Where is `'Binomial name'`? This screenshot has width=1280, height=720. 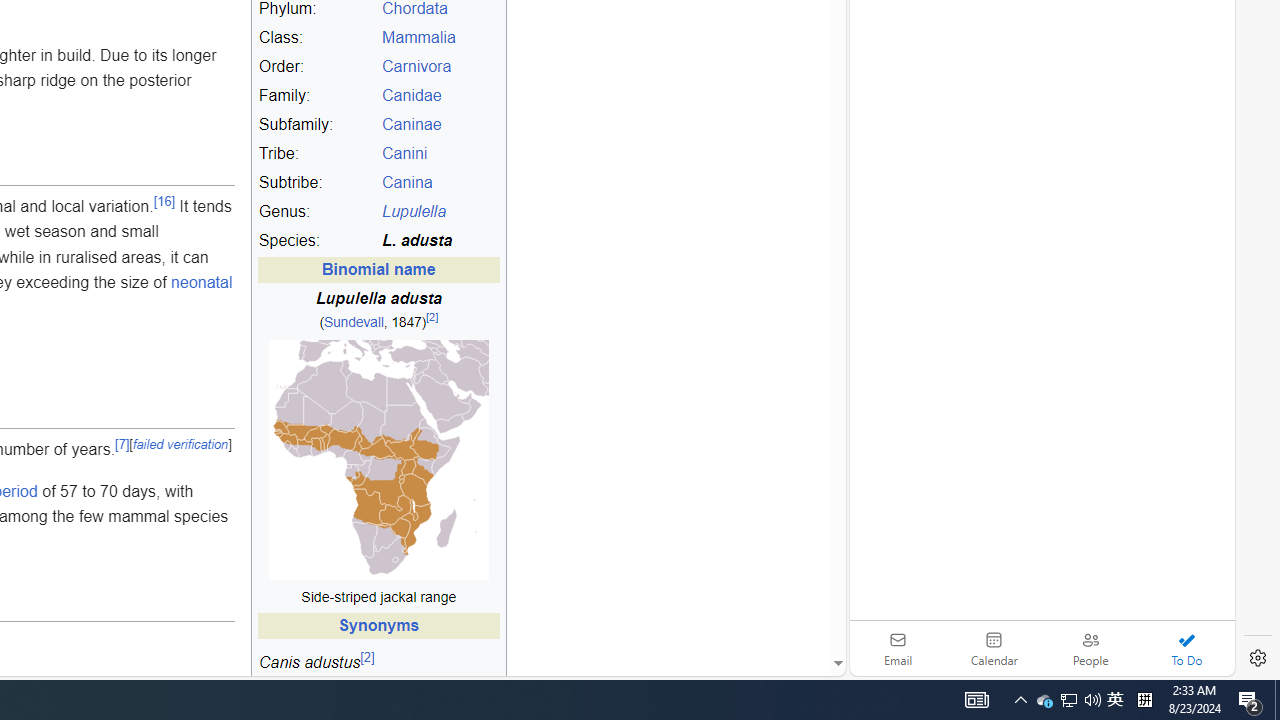
'Binomial name' is located at coordinates (378, 270).